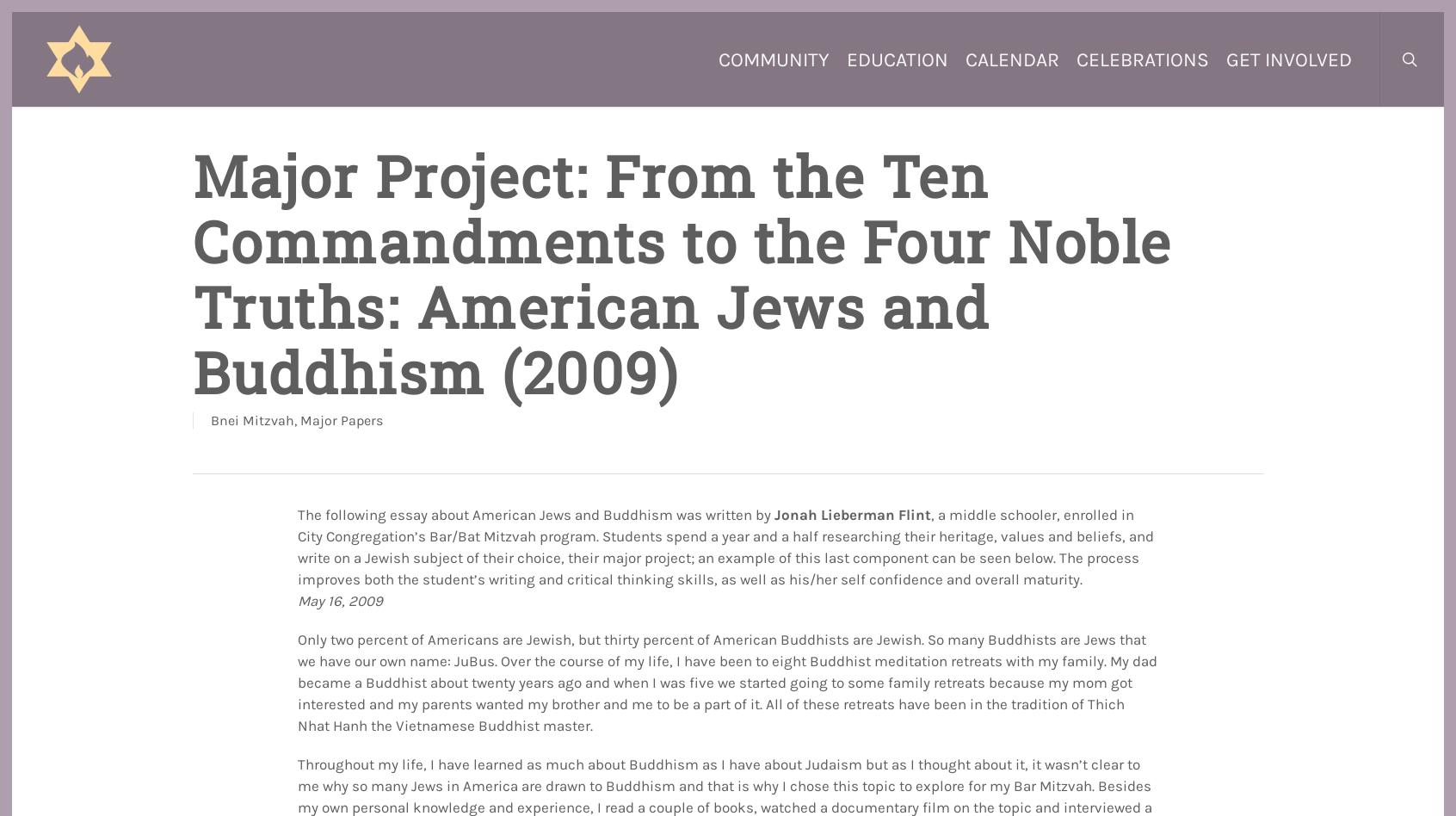  What do you see at coordinates (295, 420) in the screenshot?
I see `','` at bounding box center [295, 420].